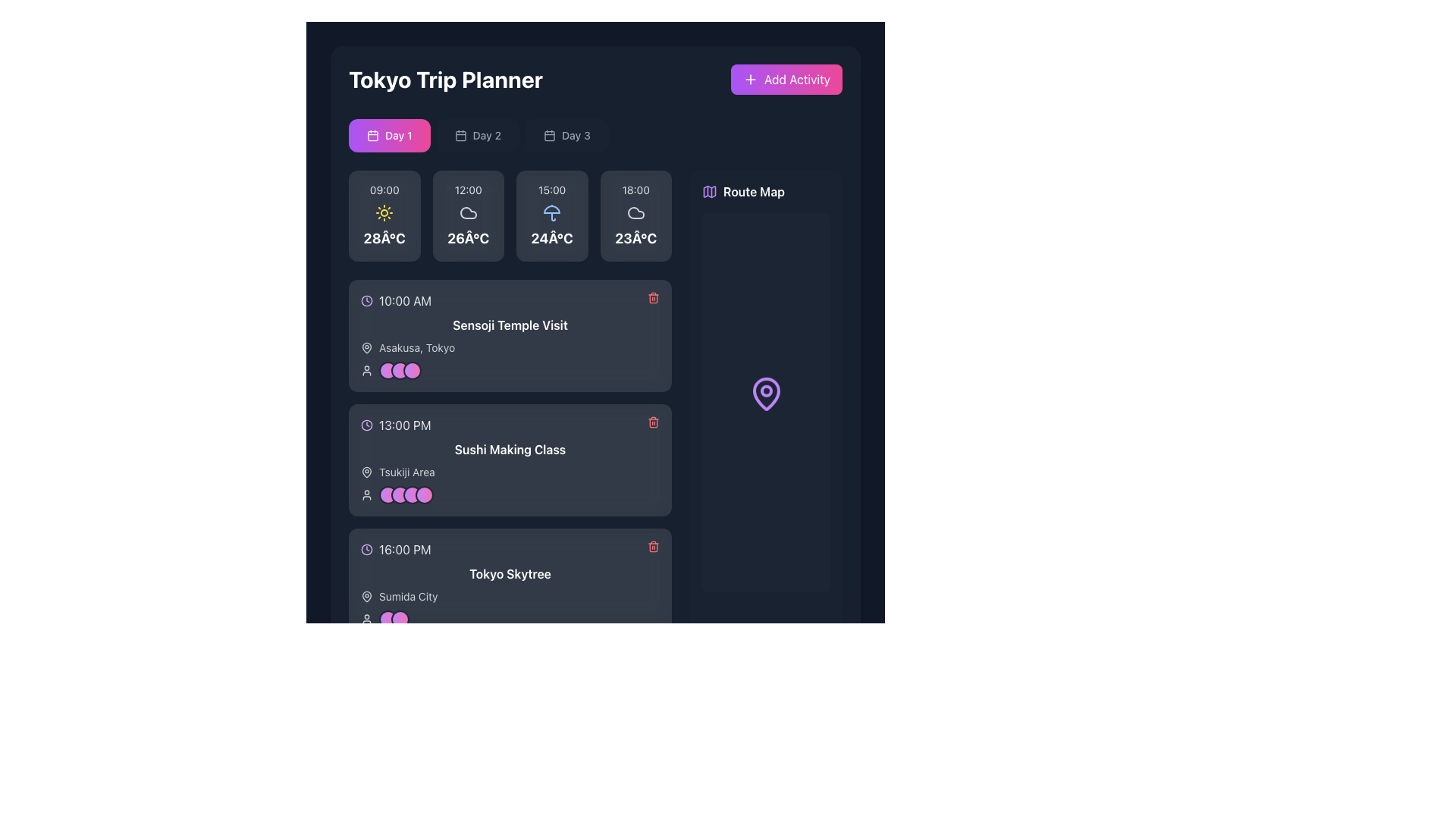 This screenshot has width=1456, height=819. Describe the element at coordinates (510, 550) in the screenshot. I see `time displayed on the composite element showing '16:00 PM', located at the top of the third card in a vertical sequence, just above the card title 'Tokyo Skytree'` at that location.